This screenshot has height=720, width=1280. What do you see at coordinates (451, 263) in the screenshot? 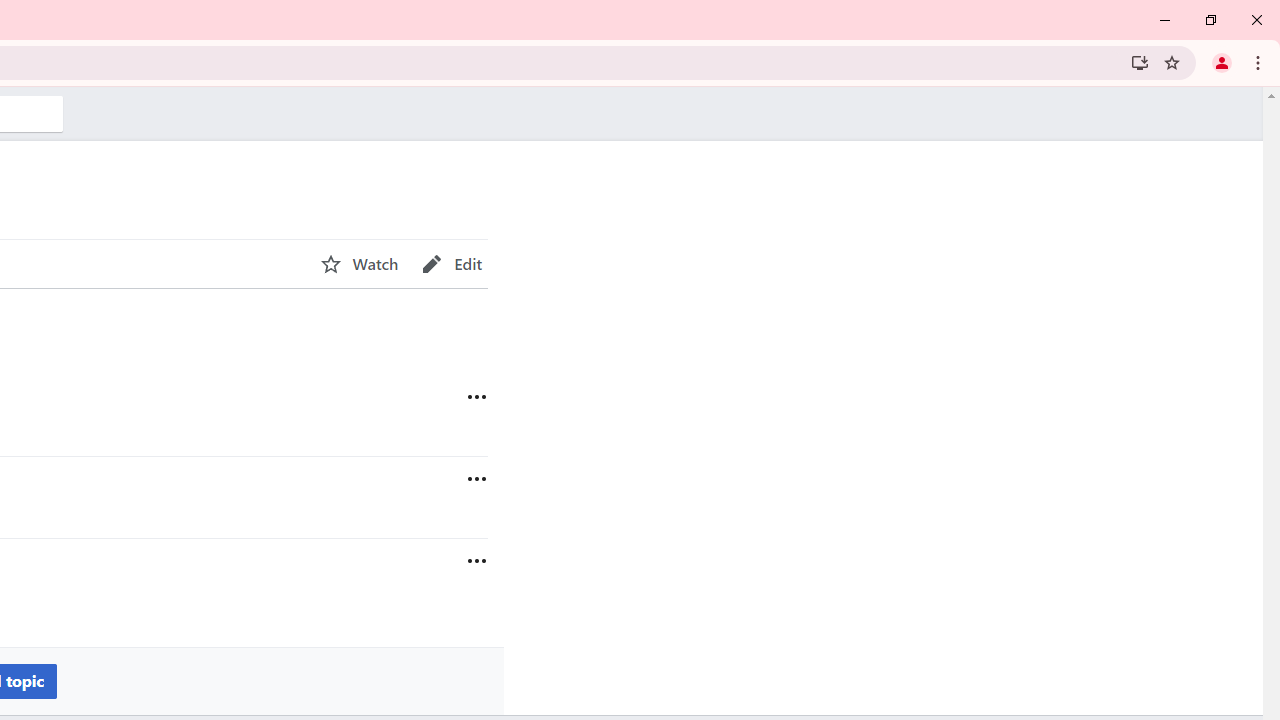
I see `'Edit'` at bounding box center [451, 263].